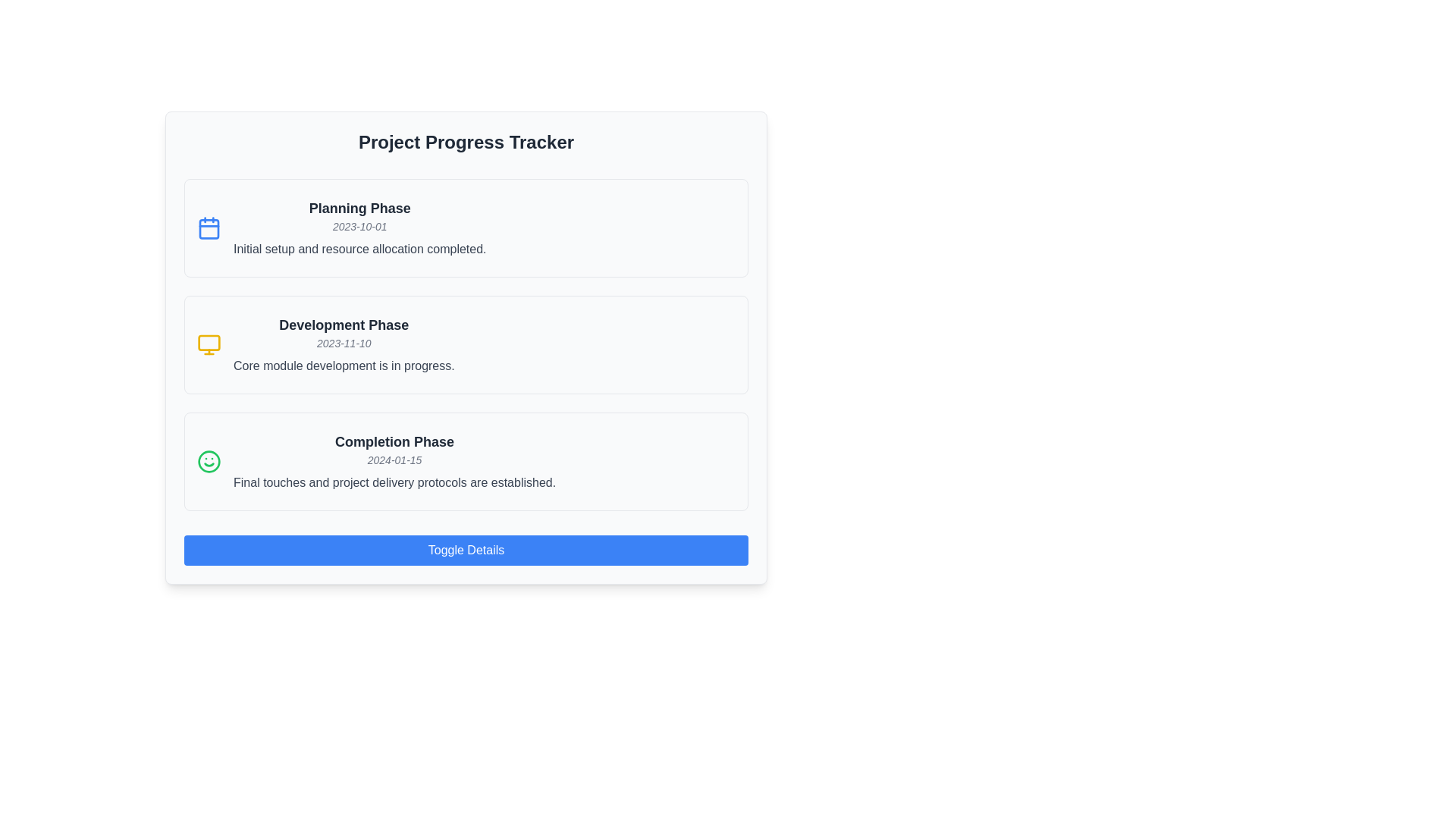 The height and width of the screenshot is (819, 1456). I want to click on the small rectangular graphical decorative element within the calendar icon located in the 'Planning Phase' section of the interface, so click(208, 228).